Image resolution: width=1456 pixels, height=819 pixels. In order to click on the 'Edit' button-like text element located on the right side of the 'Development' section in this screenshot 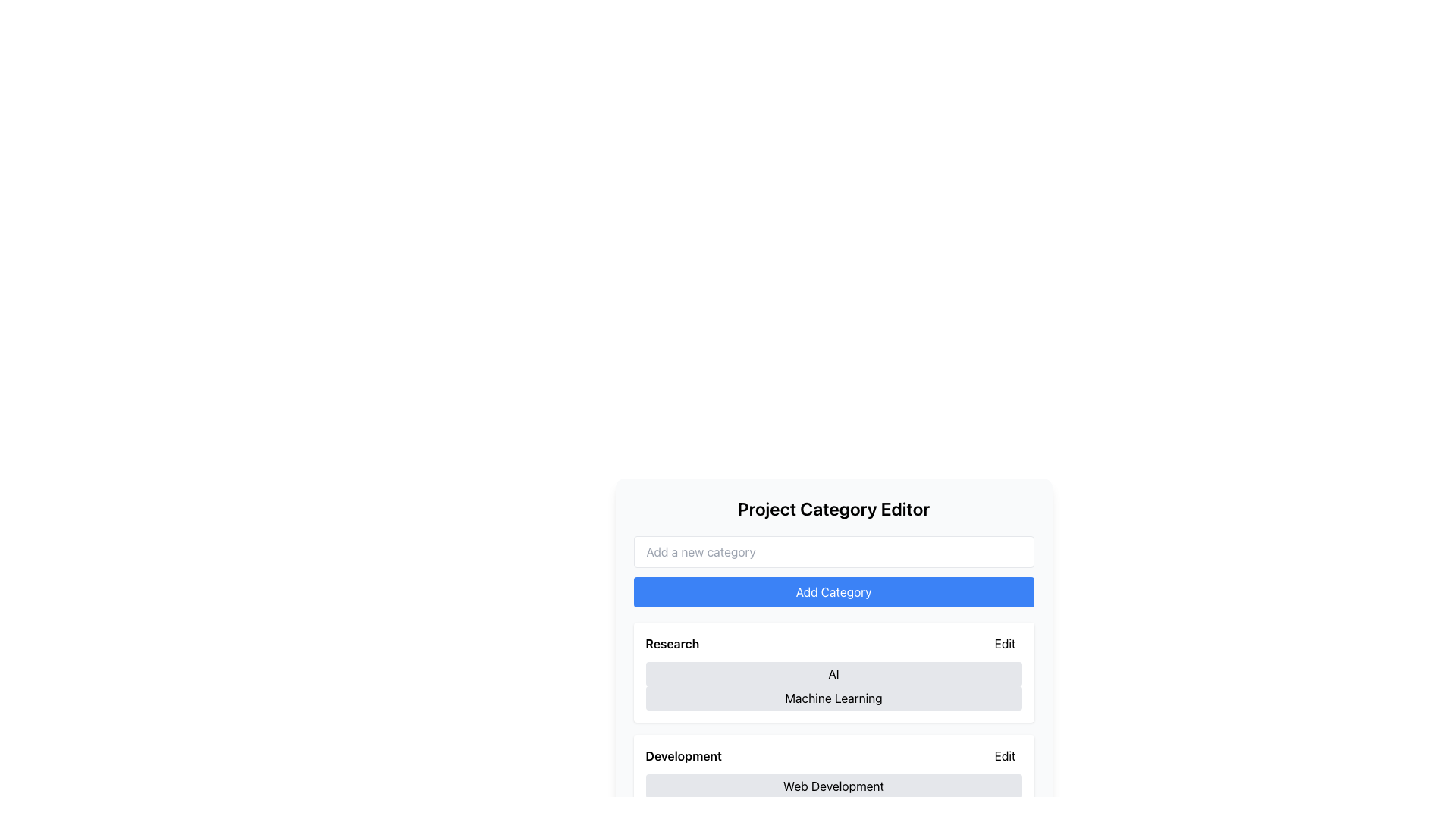, I will do `click(1008, 755)`.